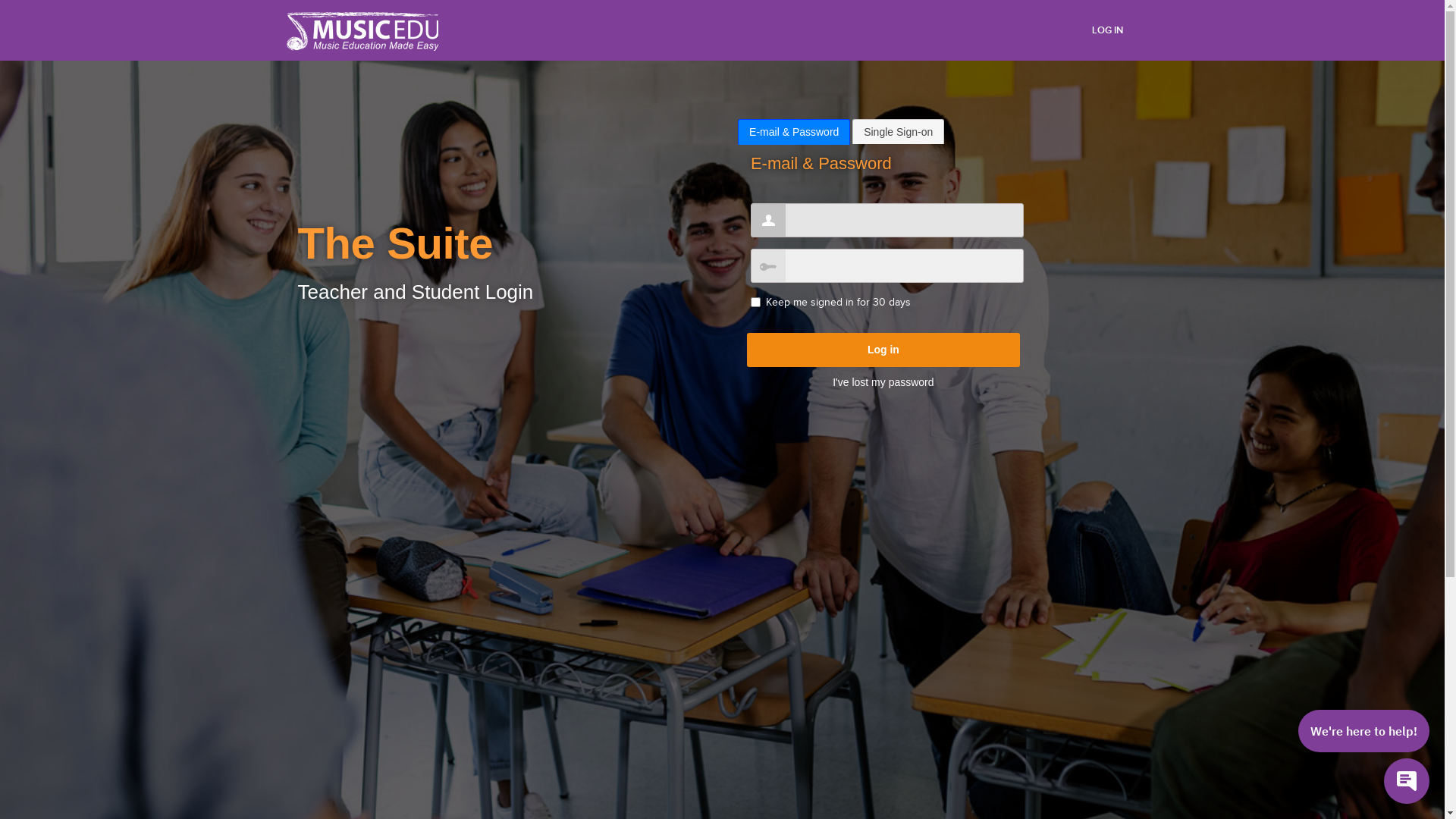  I want to click on 'LOG IN', so click(1106, 30).